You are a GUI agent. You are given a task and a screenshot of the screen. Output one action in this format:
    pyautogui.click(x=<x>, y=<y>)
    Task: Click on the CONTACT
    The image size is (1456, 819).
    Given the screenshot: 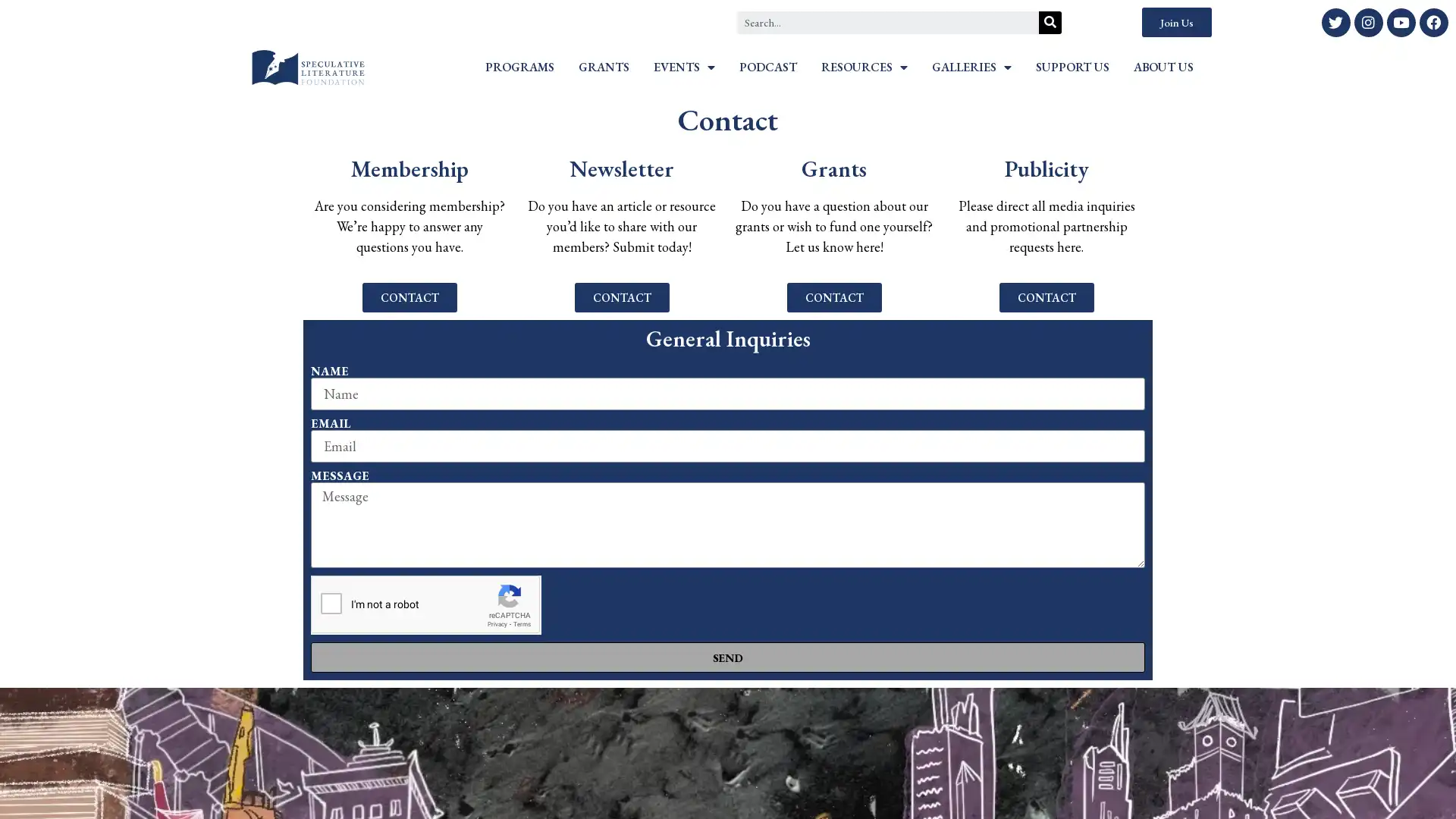 What is the action you would take?
    pyautogui.click(x=409, y=297)
    